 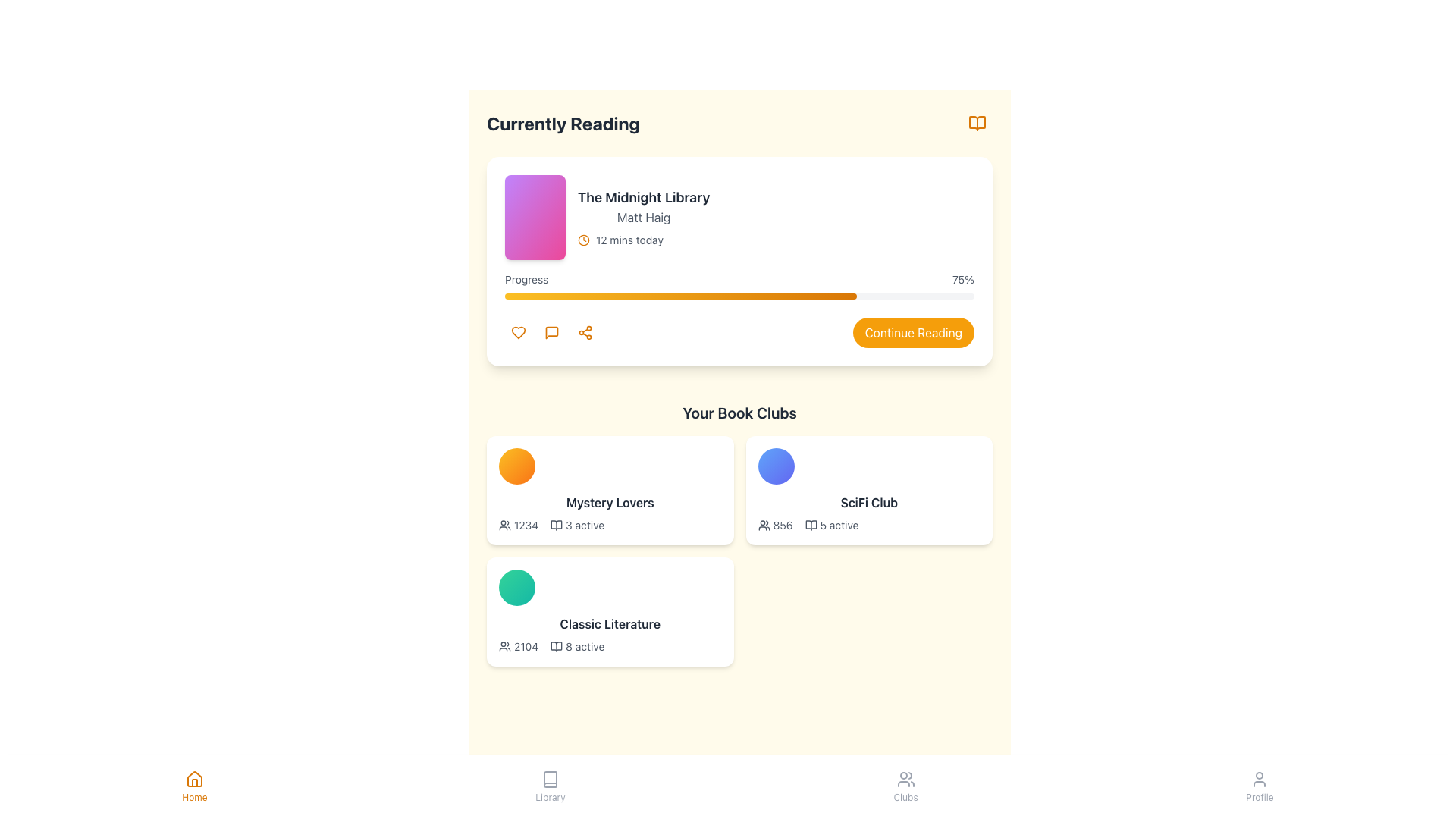 I want to click on the 'Clubs' text label located in the bottom navigation bar, which indicates the functionality of the navigation button for the 'Clubs' section, so click(x=905, y=797).